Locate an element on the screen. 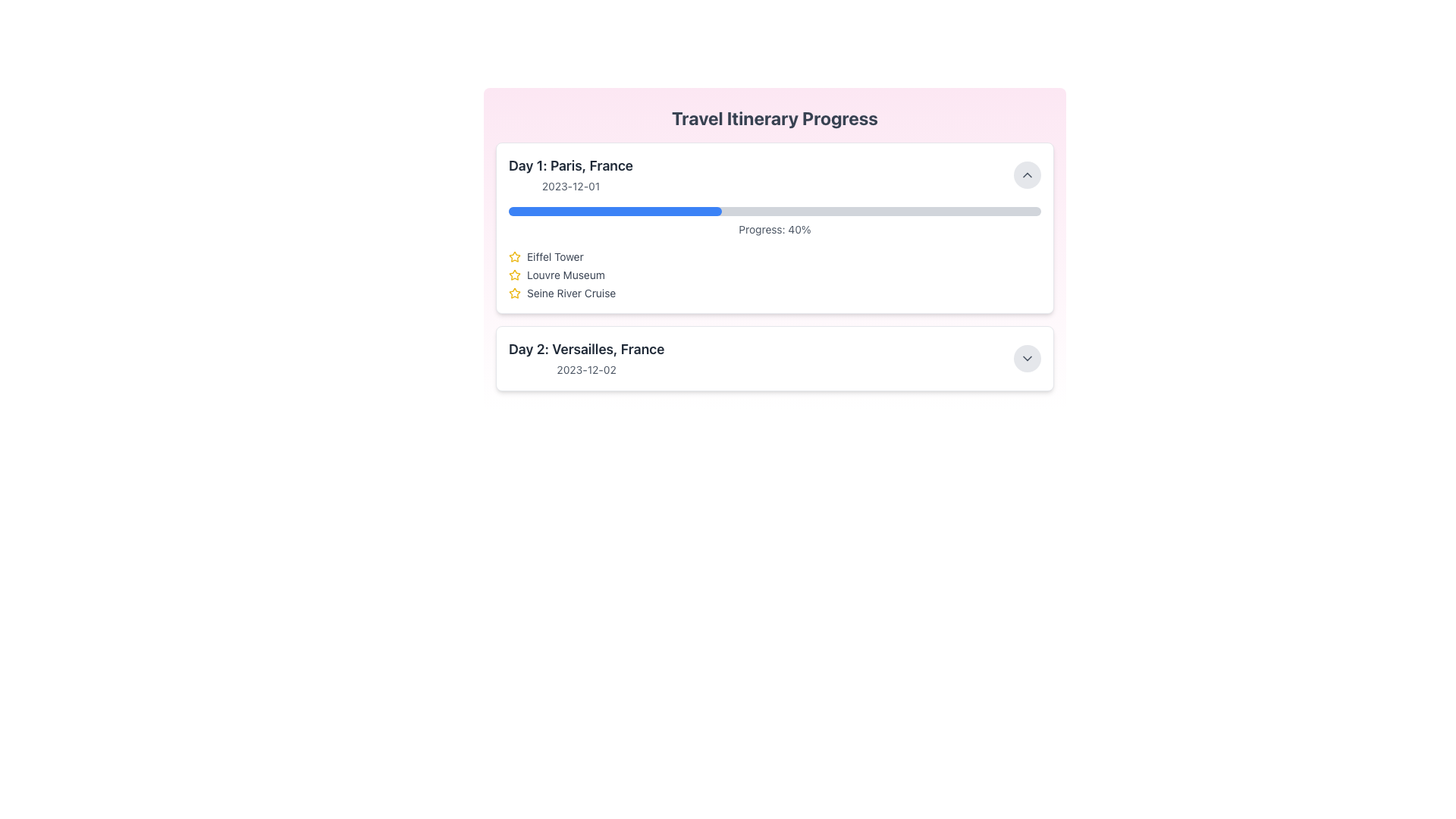 Image resolution: width=1456 pixels, height=819 pixels. text of the Text Label displaying the date for the event or milestone located under 'Day 1: Paris, France' is located at coordinates (570, 185).